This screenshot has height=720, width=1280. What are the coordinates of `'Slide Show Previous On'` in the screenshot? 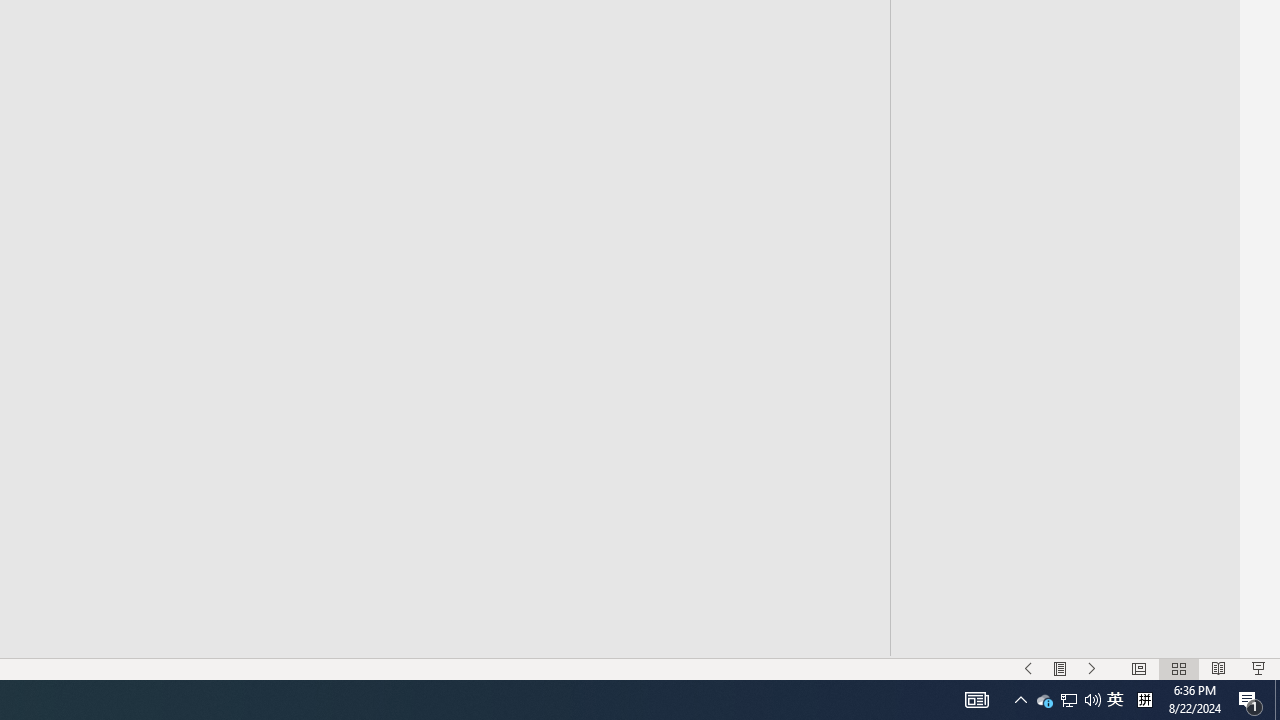 It's located at (1028, 669).